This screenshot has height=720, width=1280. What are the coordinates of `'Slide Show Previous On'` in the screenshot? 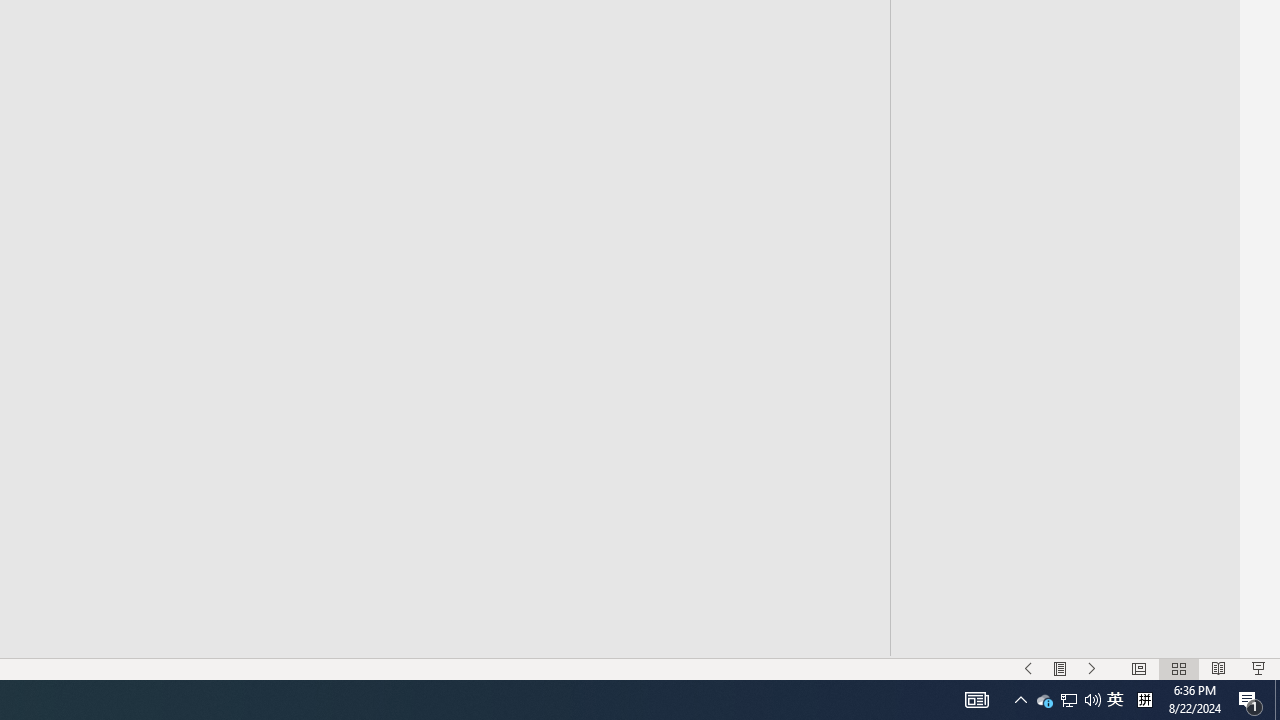 It's located at (1028, 669).